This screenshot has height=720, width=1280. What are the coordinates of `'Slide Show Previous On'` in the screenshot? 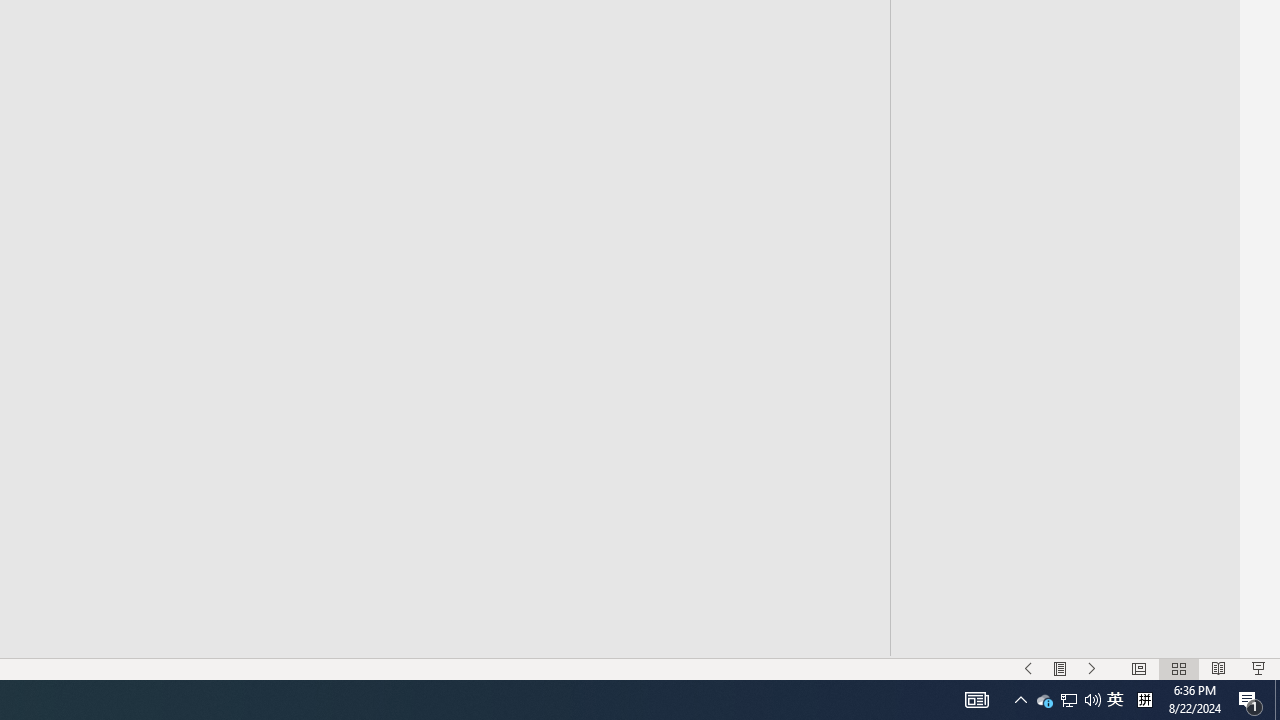 It's located at (1028, 669).